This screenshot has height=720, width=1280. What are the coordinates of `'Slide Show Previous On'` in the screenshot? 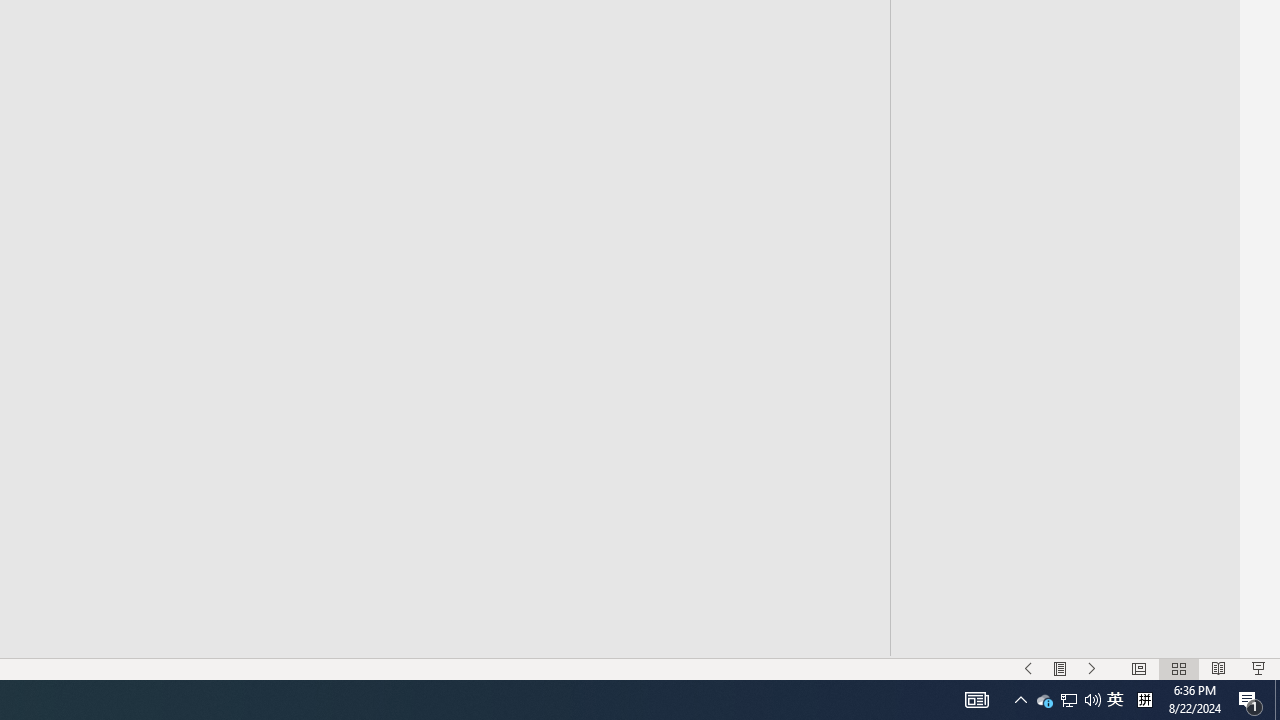 It's located at (1028, 669).